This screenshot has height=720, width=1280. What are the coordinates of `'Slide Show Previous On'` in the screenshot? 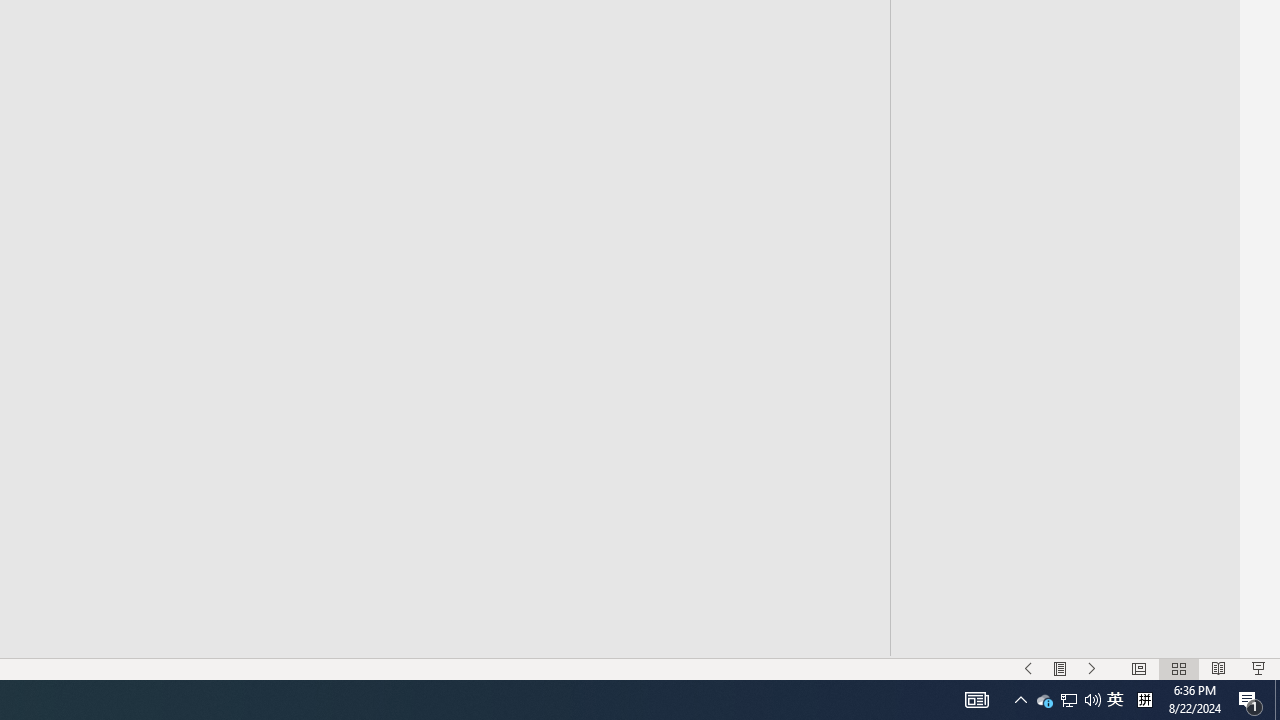 It's located at (1028, 669).